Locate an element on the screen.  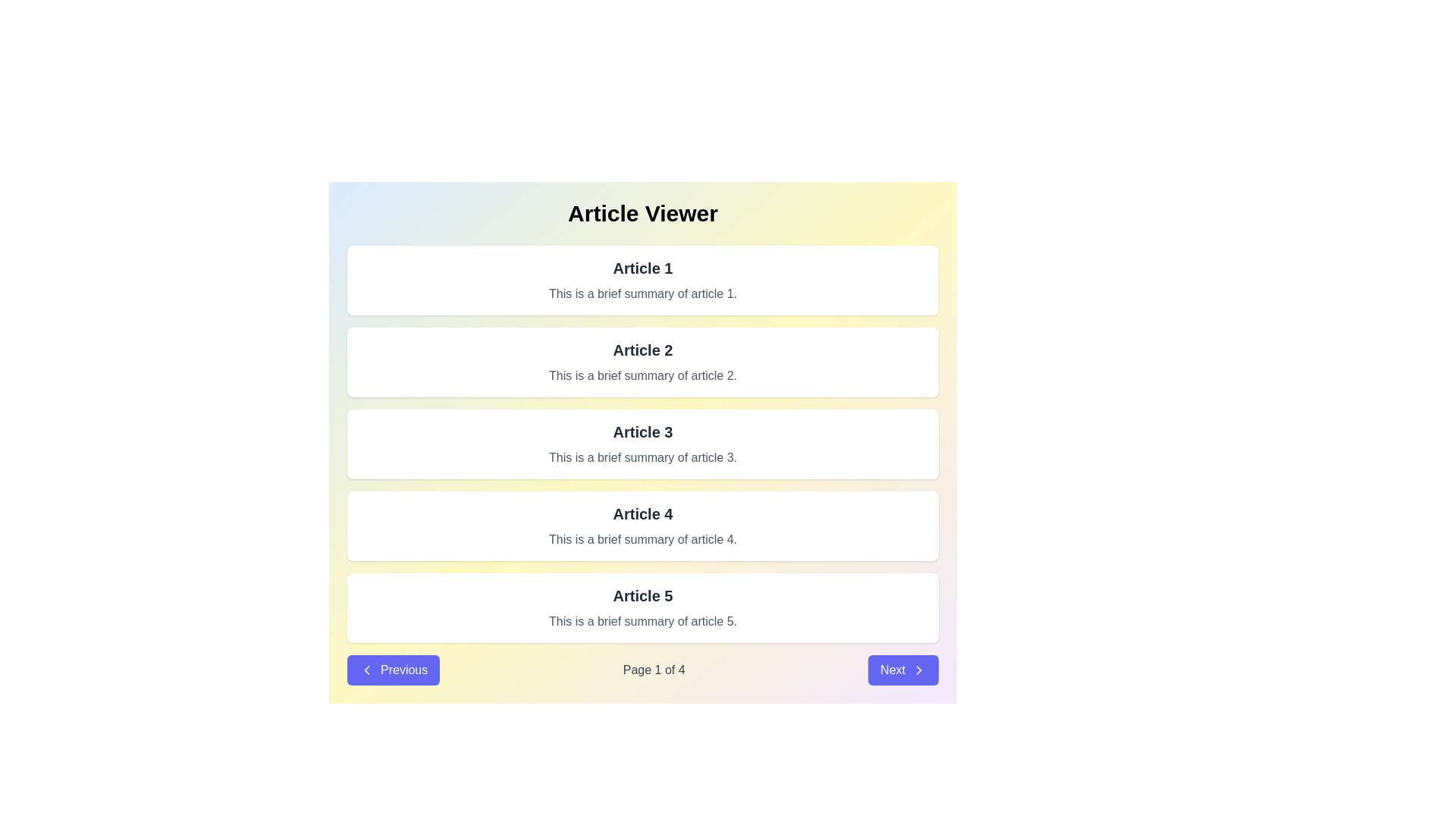
the text label reading 'This is a brief summary of article 2.', which is styled in gray and located beneath the headline 'Article 2' is located at coordinates (643, 375).